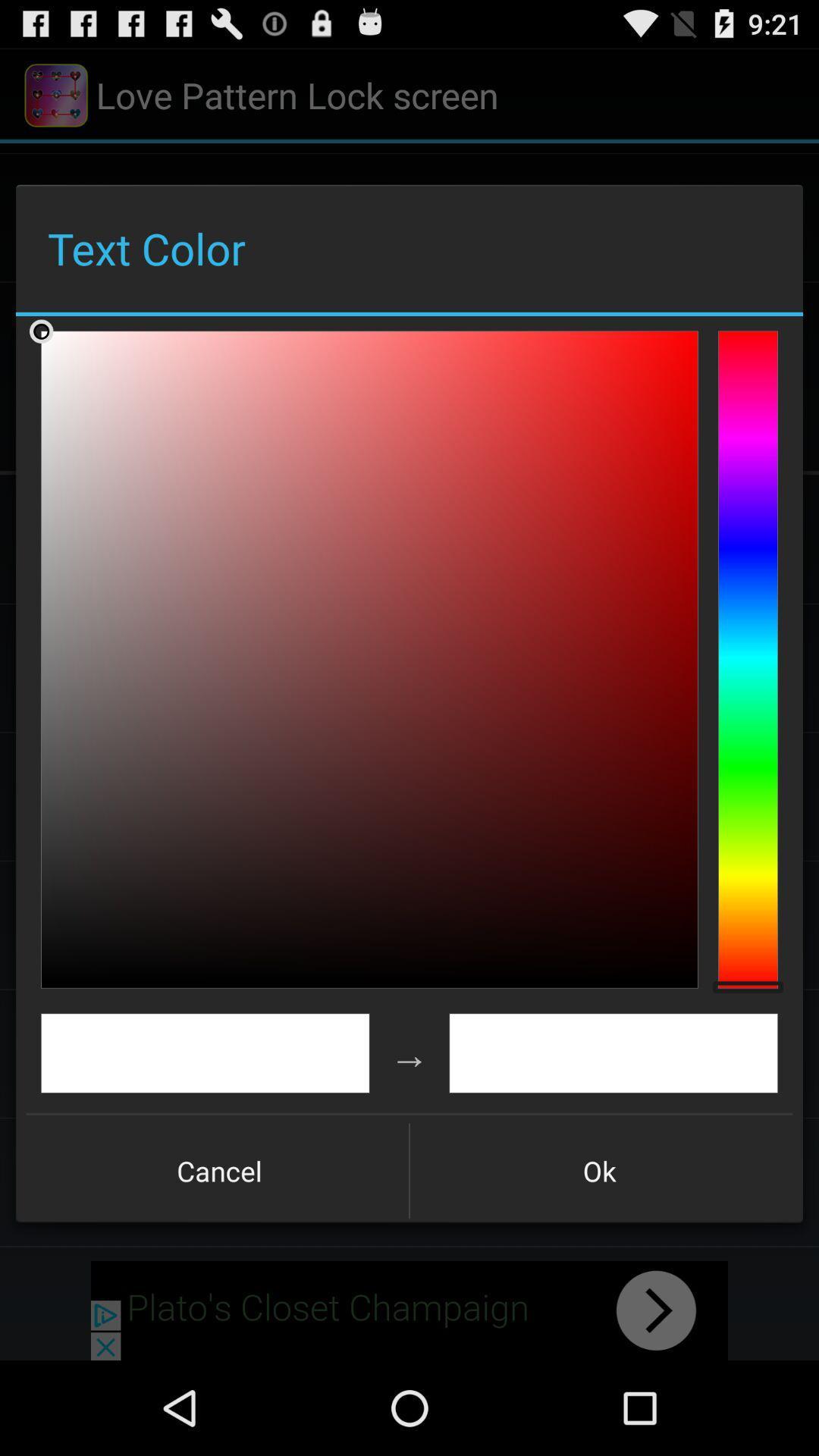 This screenshot has width=819, height=1456. What do you see at coordinates (219, 1170) in the screenshot?
I see `cancel item` at bounding box center [219, 1170].